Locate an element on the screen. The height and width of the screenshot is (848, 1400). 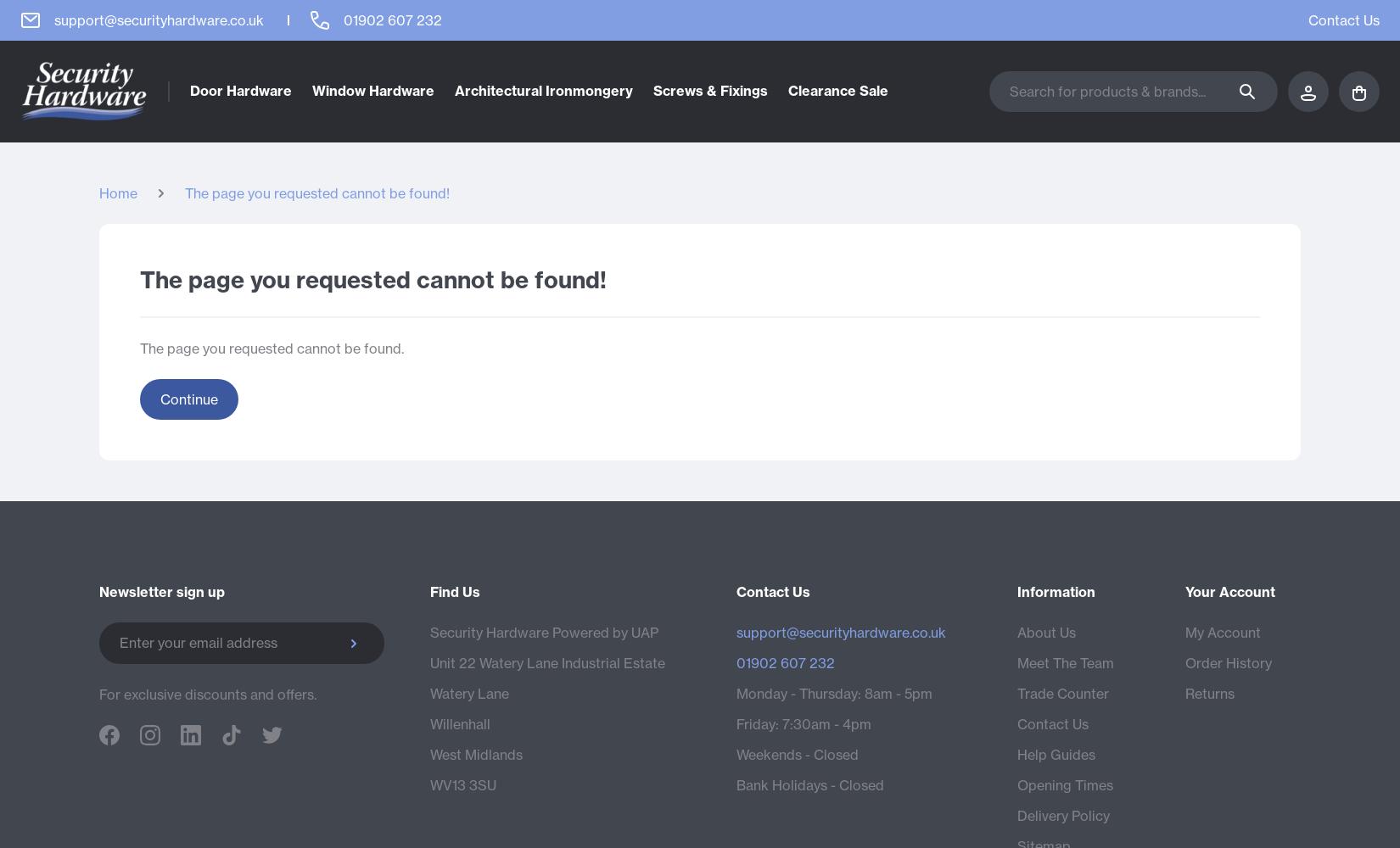
'The page you requested cannot be found.' is located at coordinates (272, 348).